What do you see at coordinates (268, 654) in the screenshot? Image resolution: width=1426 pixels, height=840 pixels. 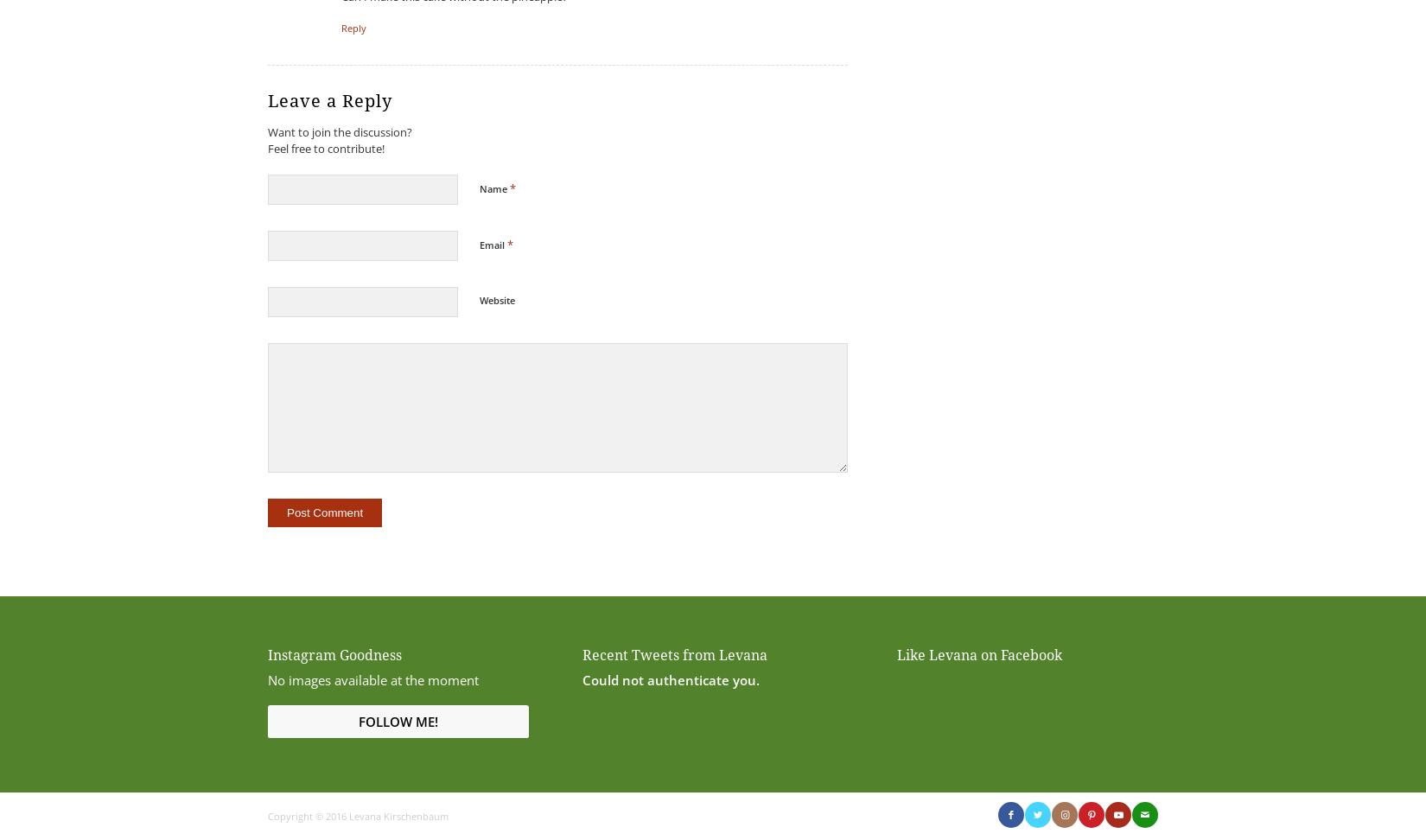 I see `'Instagram Goodness'` at bounding box center [268, 654].